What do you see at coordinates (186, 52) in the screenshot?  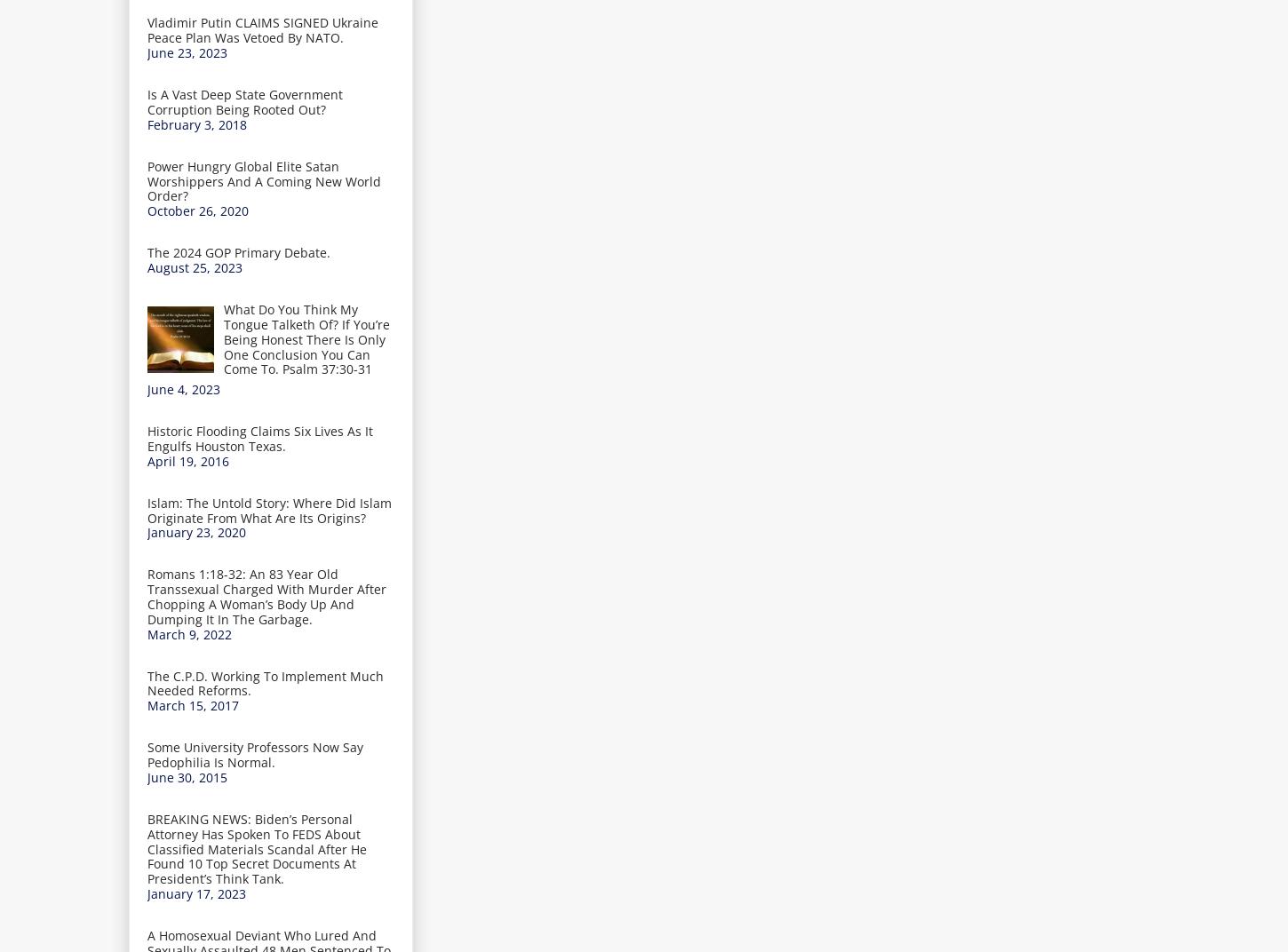 I see `'June 23, 2023'` at bounding box center [186, 52].